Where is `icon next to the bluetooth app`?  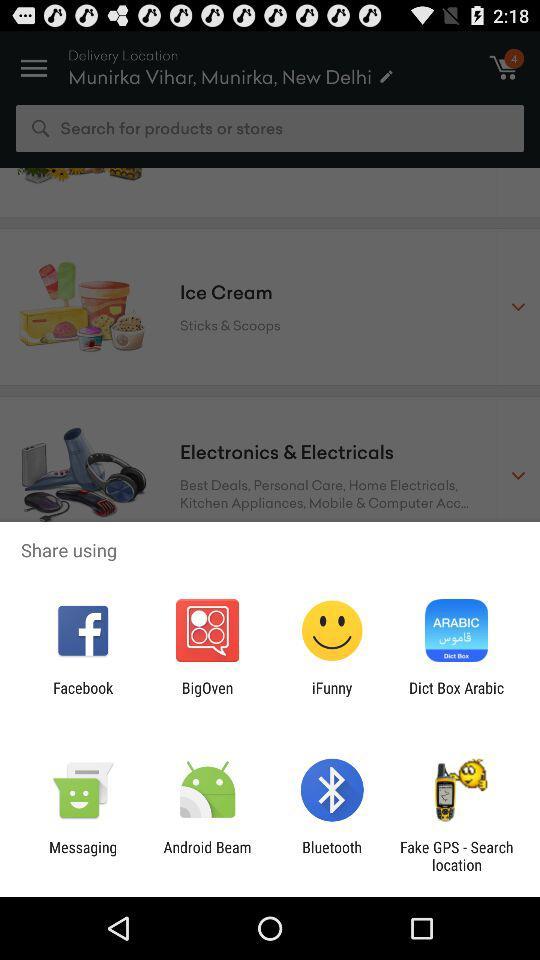 icon next to the bluetooth app is located at coordinates (206, 855).